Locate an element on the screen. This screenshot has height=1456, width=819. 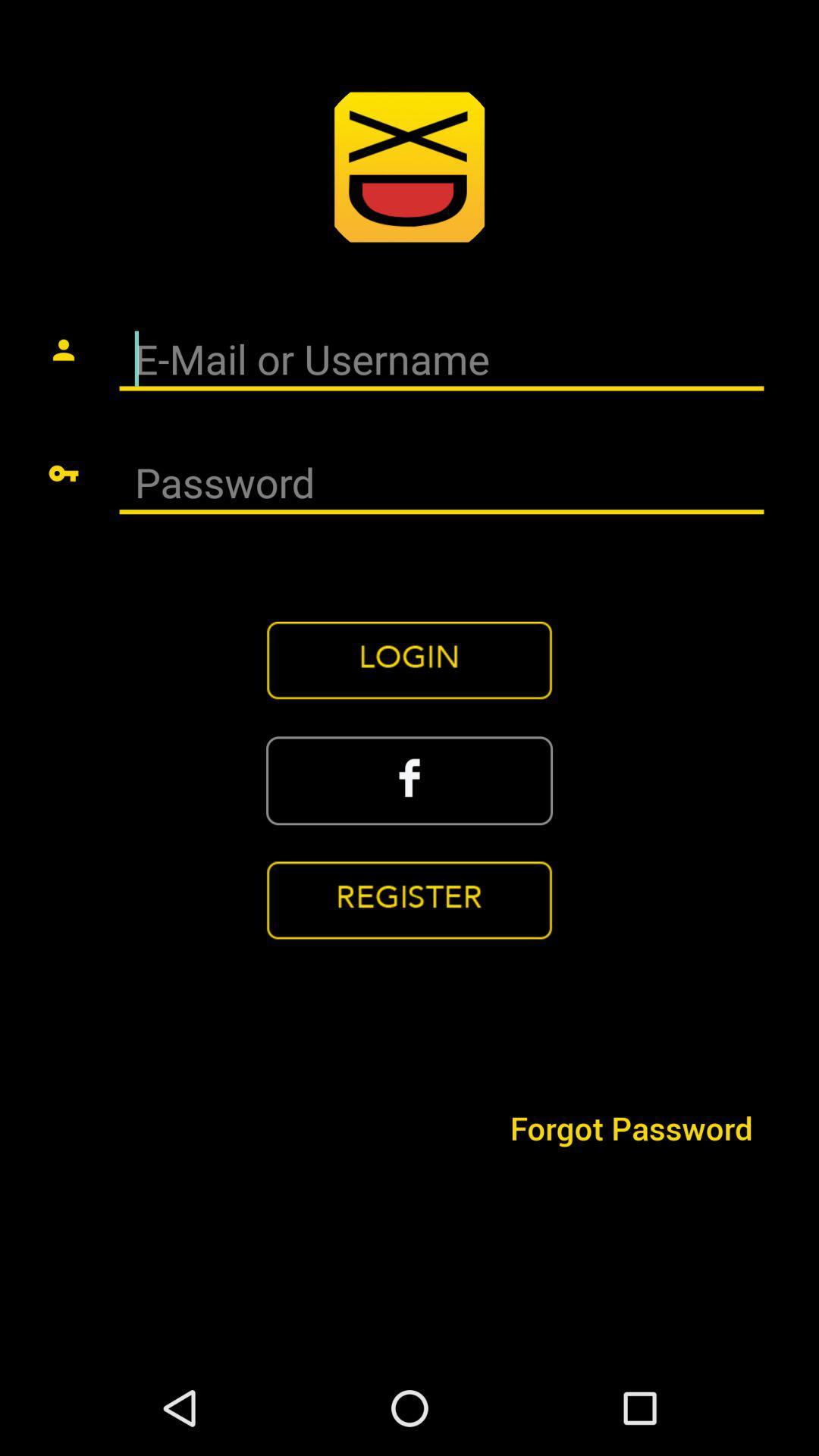
password info is located at coordinates (441, 483).